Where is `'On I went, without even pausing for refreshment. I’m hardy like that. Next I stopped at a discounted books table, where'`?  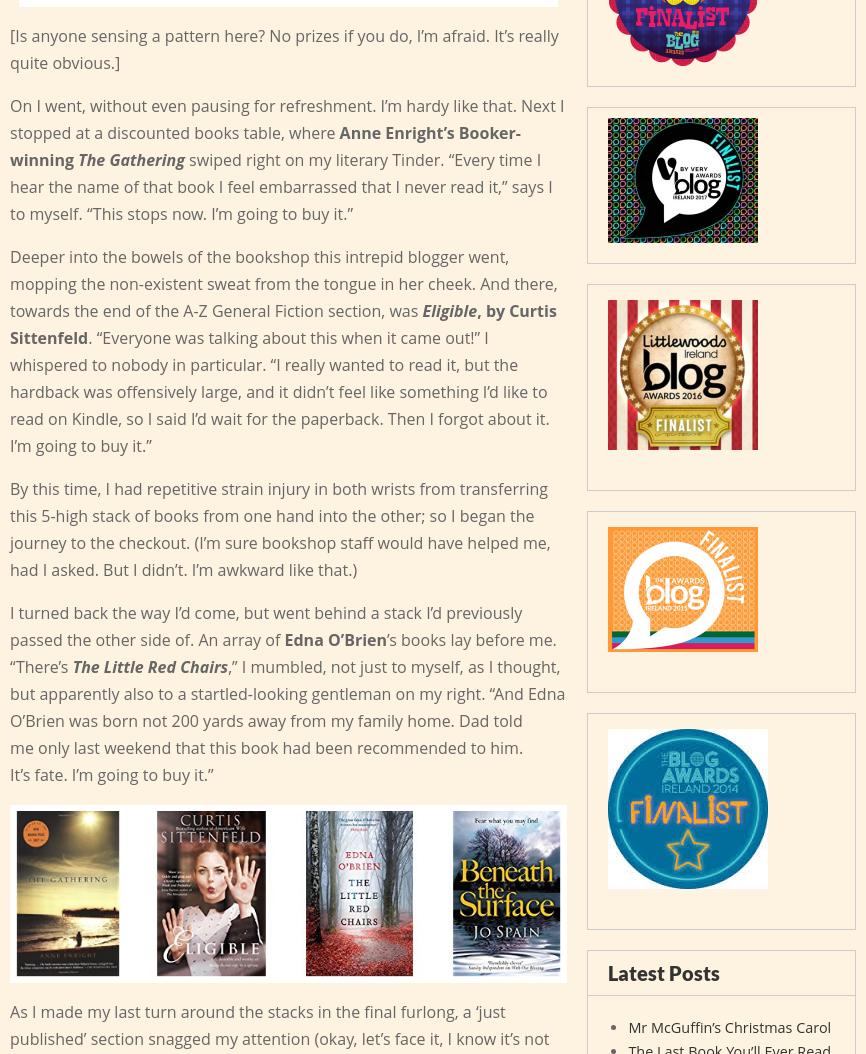 'On I went, without even pausing for refreshment. I’m hardy like that. Next I stopped at a discounted books table, where' is located at coordinates (285, 118).